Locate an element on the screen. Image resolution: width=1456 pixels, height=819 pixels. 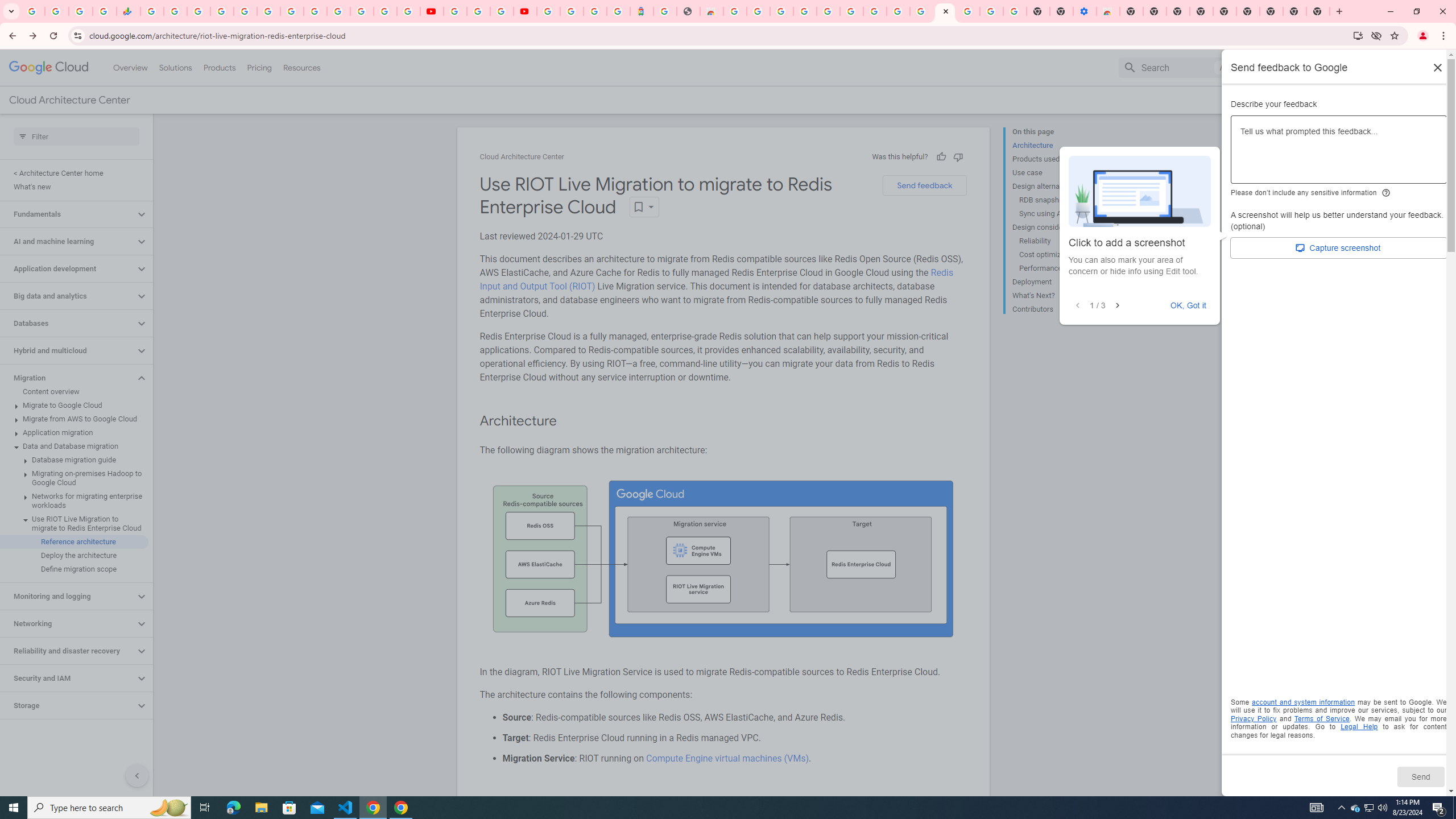
'Networks for migrating enterprise workloads' is located at coordinates (74, 500).